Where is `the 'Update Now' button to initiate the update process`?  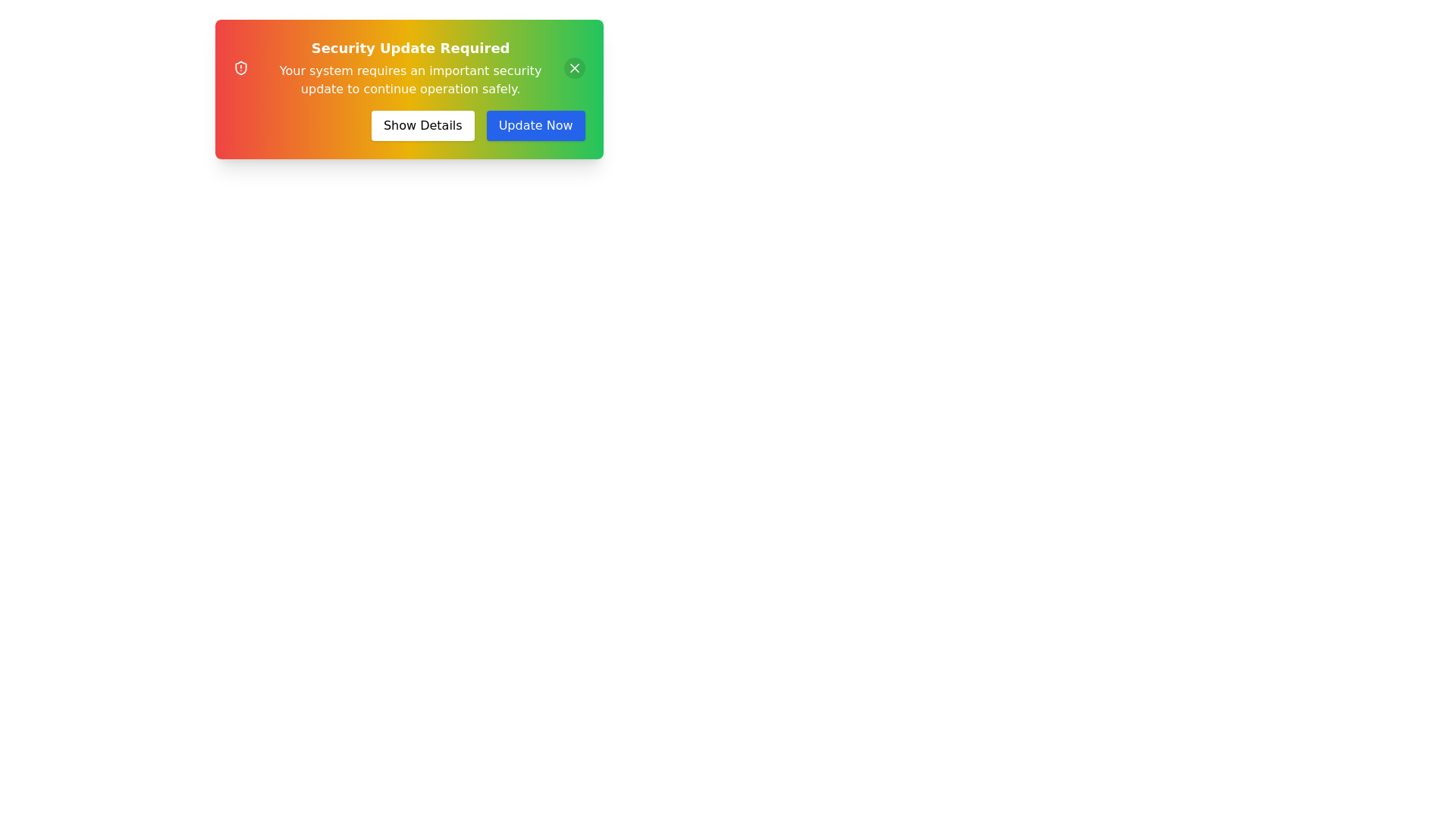
the 'Update Now' button to initiate the update process is located at coordinates (535, 124).